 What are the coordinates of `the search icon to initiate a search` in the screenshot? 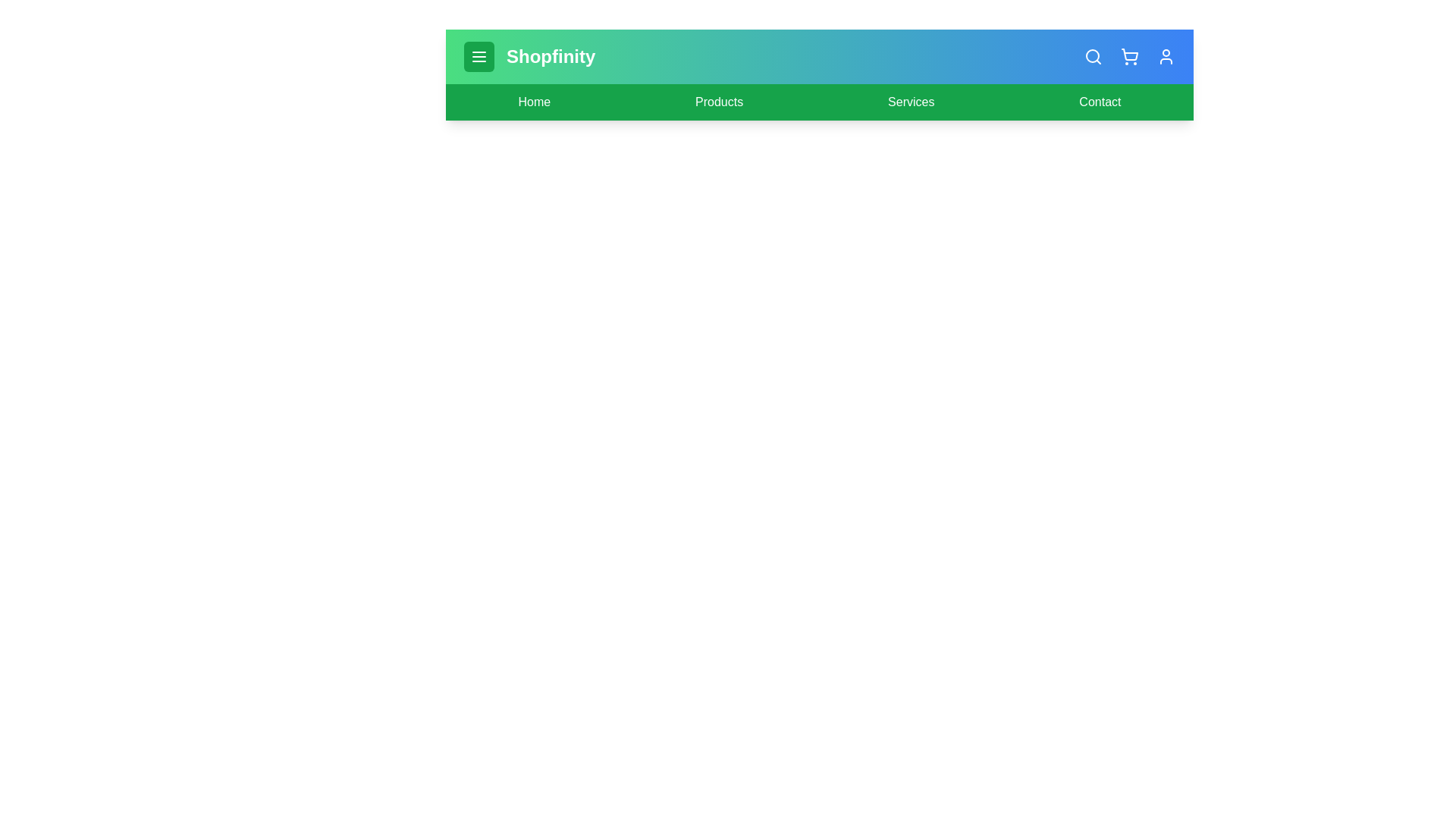 It's located at (1093, 55).